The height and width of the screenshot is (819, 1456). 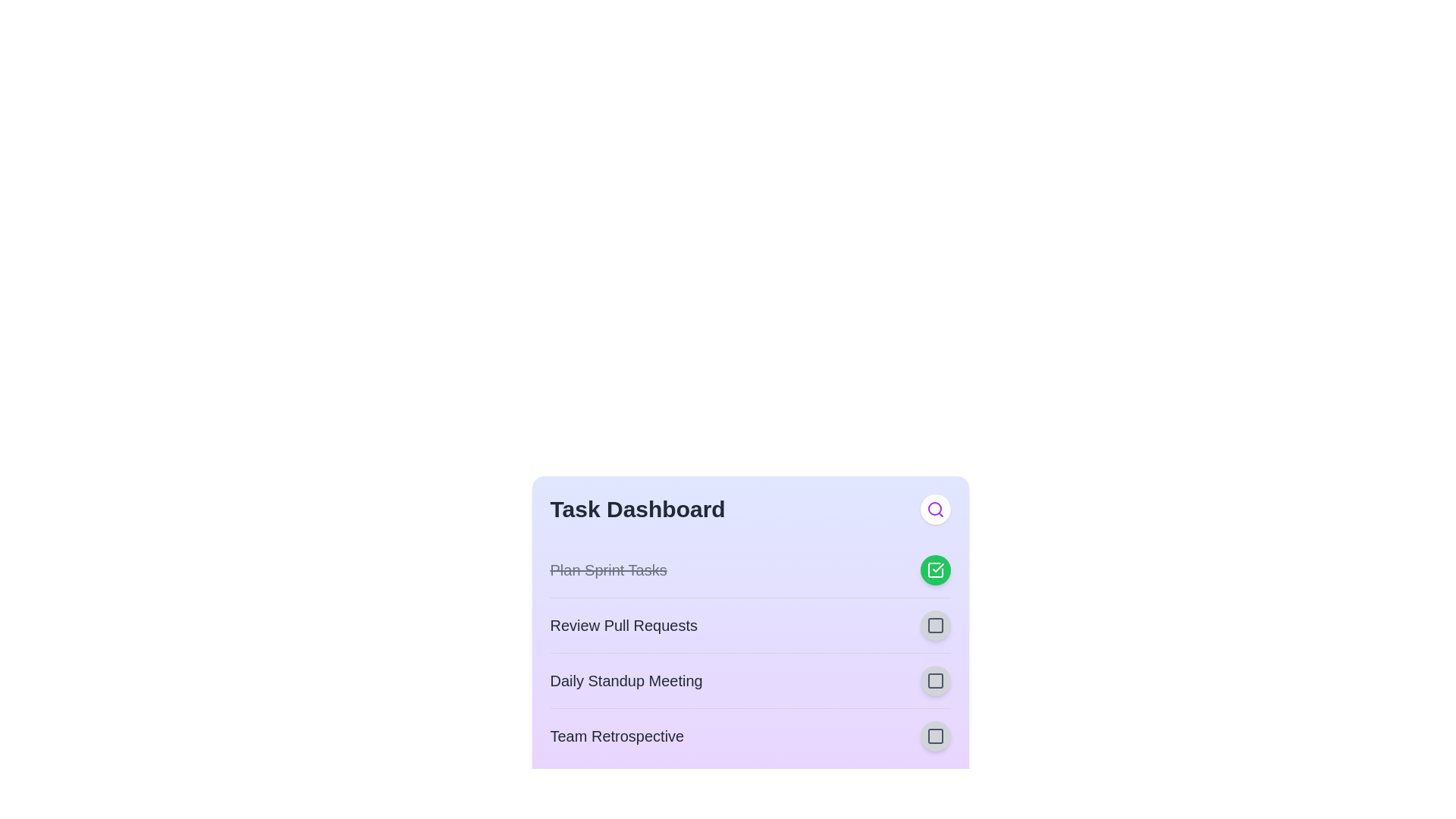 I want to click on the task title 'Plan Sprint Tasks' to focus or select the text, so click(x=608, y=570).